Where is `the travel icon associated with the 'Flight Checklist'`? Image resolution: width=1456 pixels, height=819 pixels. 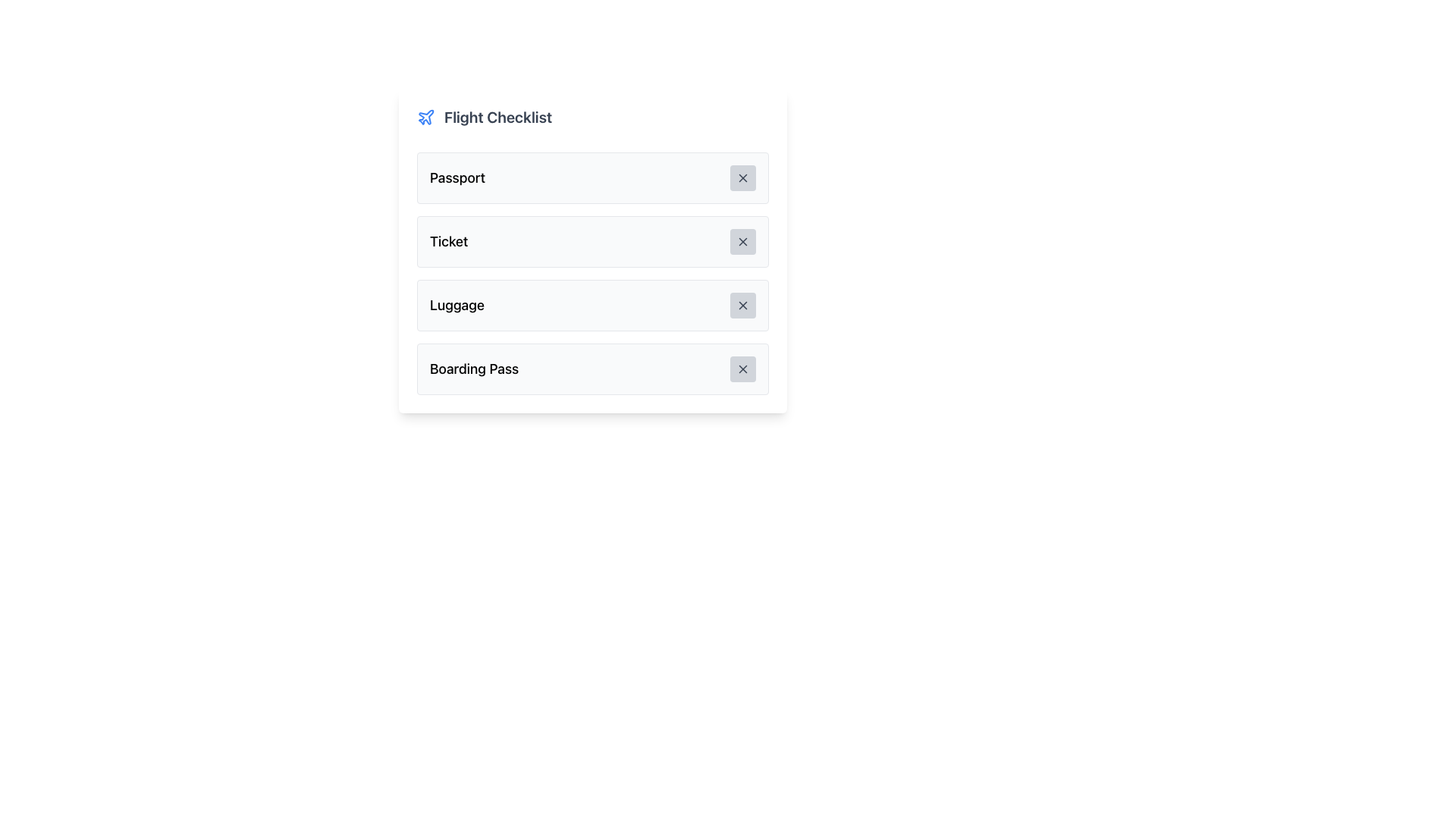
the travel icon associated with the 'Flight Checklist' is located at coordinates (425, 116).